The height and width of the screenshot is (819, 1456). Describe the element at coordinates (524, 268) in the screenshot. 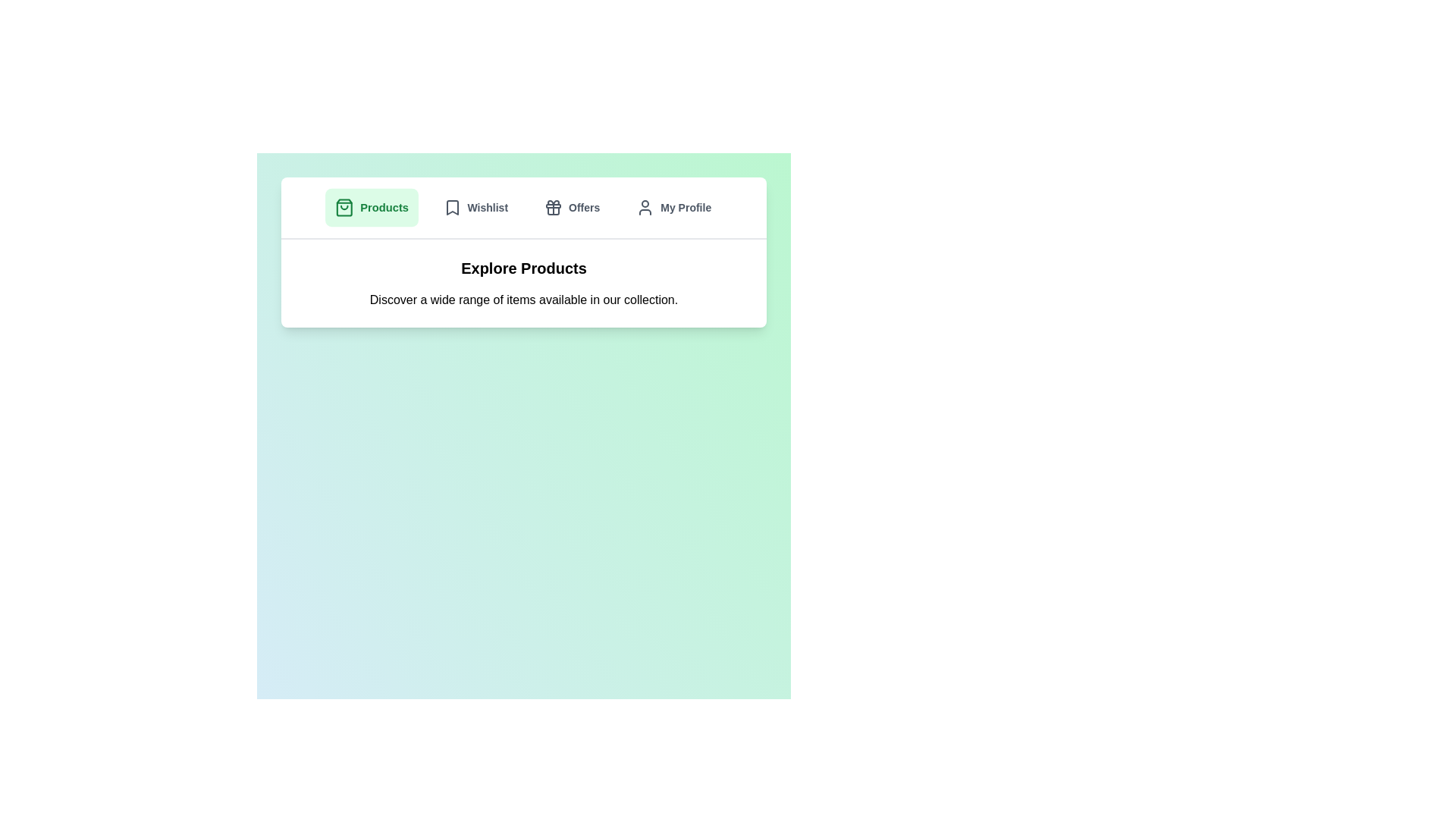

I see `the bold text title 'Explore Products' which is styled with a larger font size and positioned centrally above the descriptive text` at that location.